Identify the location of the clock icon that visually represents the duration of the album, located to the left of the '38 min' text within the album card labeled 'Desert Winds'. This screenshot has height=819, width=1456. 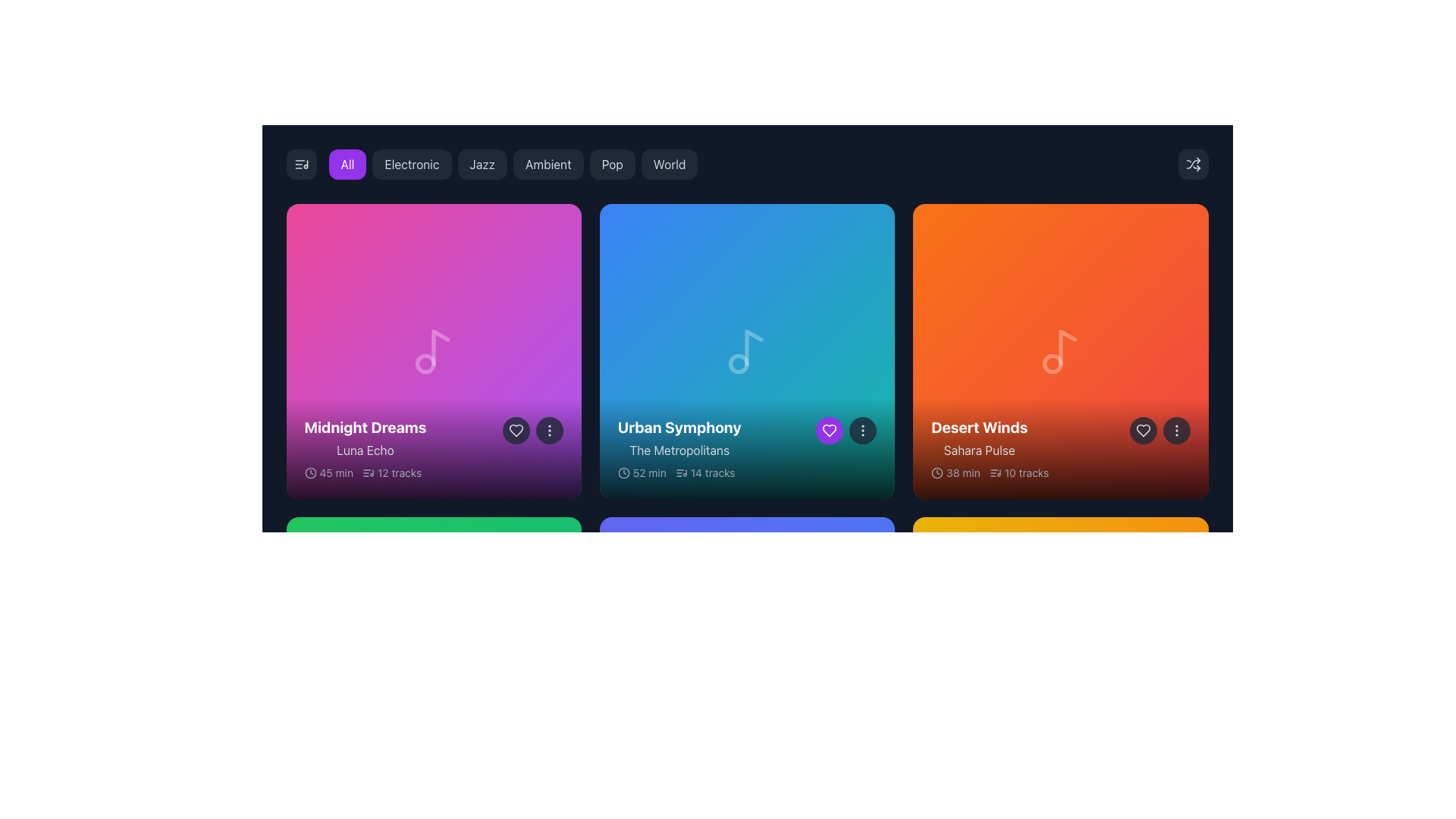
(937, 472).